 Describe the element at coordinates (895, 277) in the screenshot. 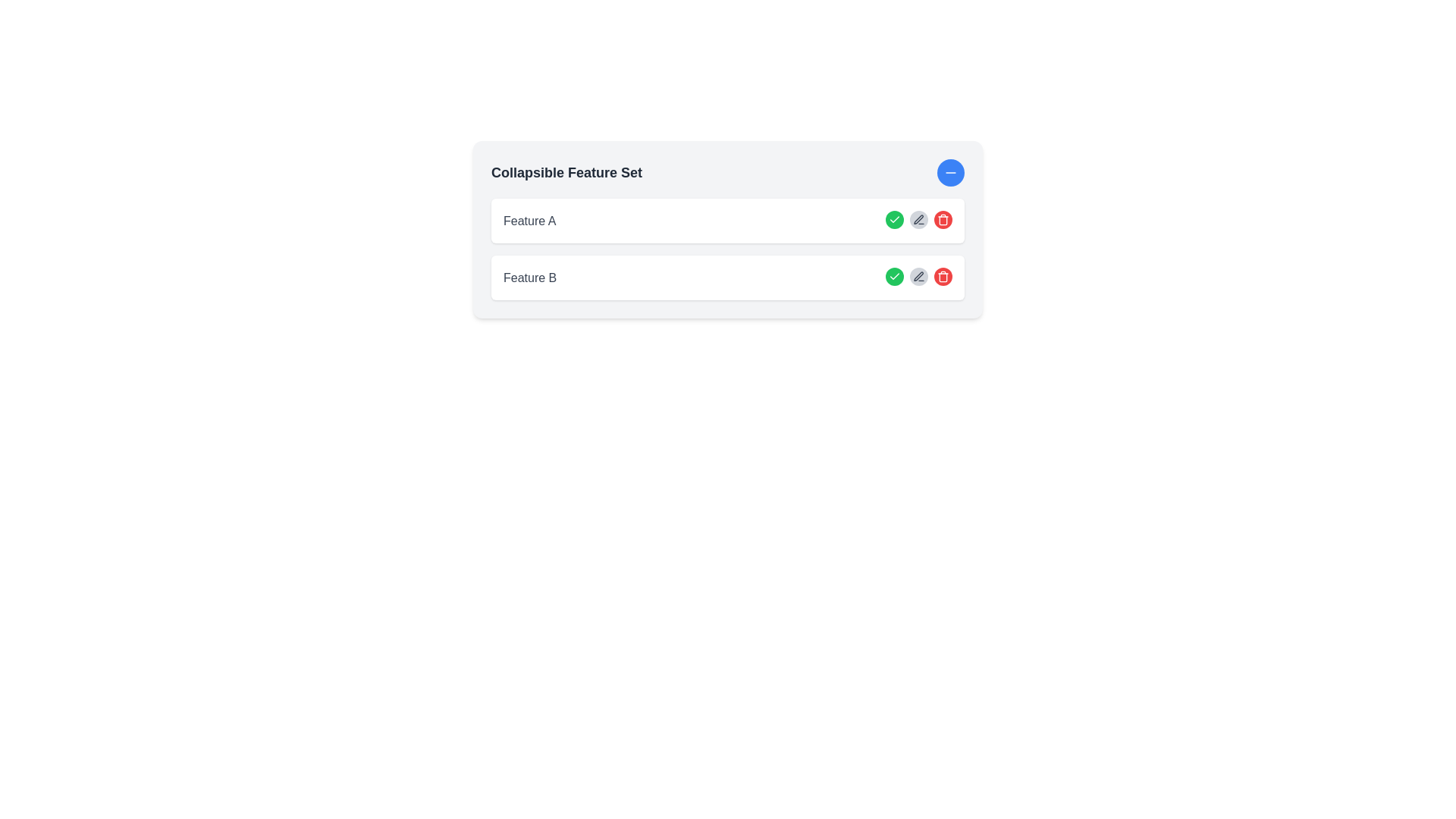

I see `the confirmation icon within the green circular button located on the leftmost side of the row labeled 'Feature A'` at that location.